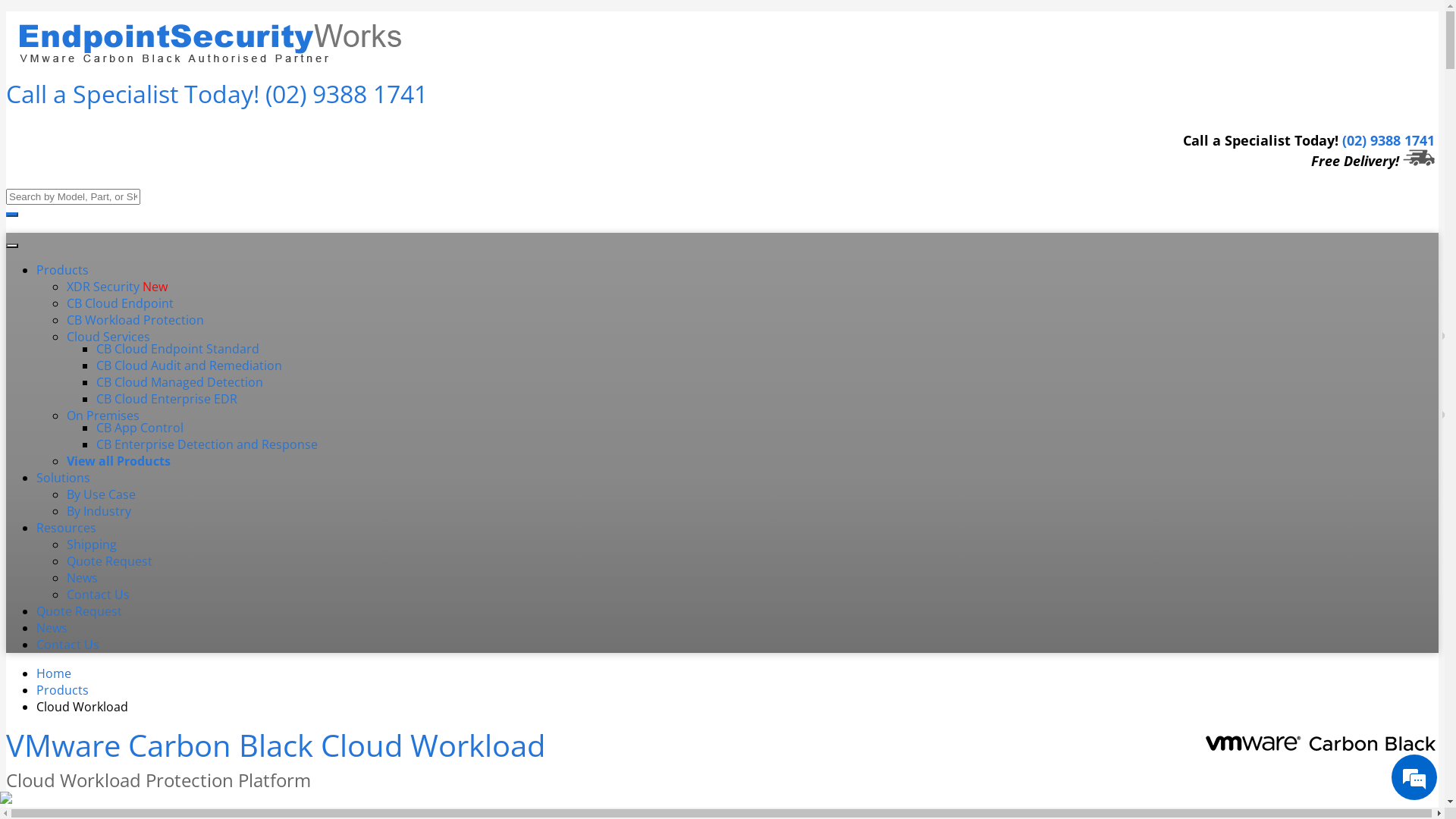 The width and height of the screenshot is (1456, 819). Describe the element at coordinates (98, 511) in the screenshot. I see `'By Industry'` at that location.